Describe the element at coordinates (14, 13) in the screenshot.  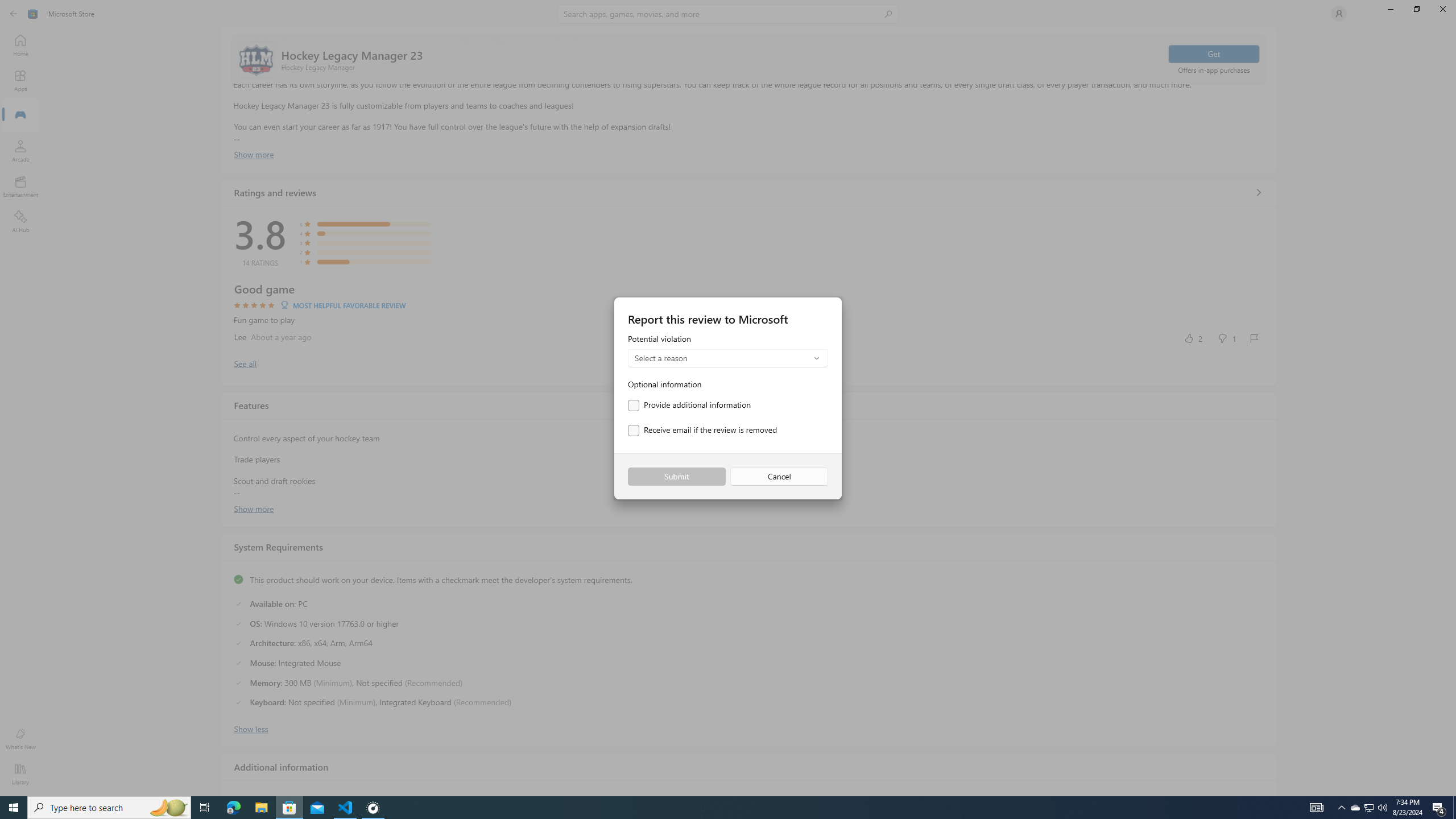
I see `'Back'` at that location.